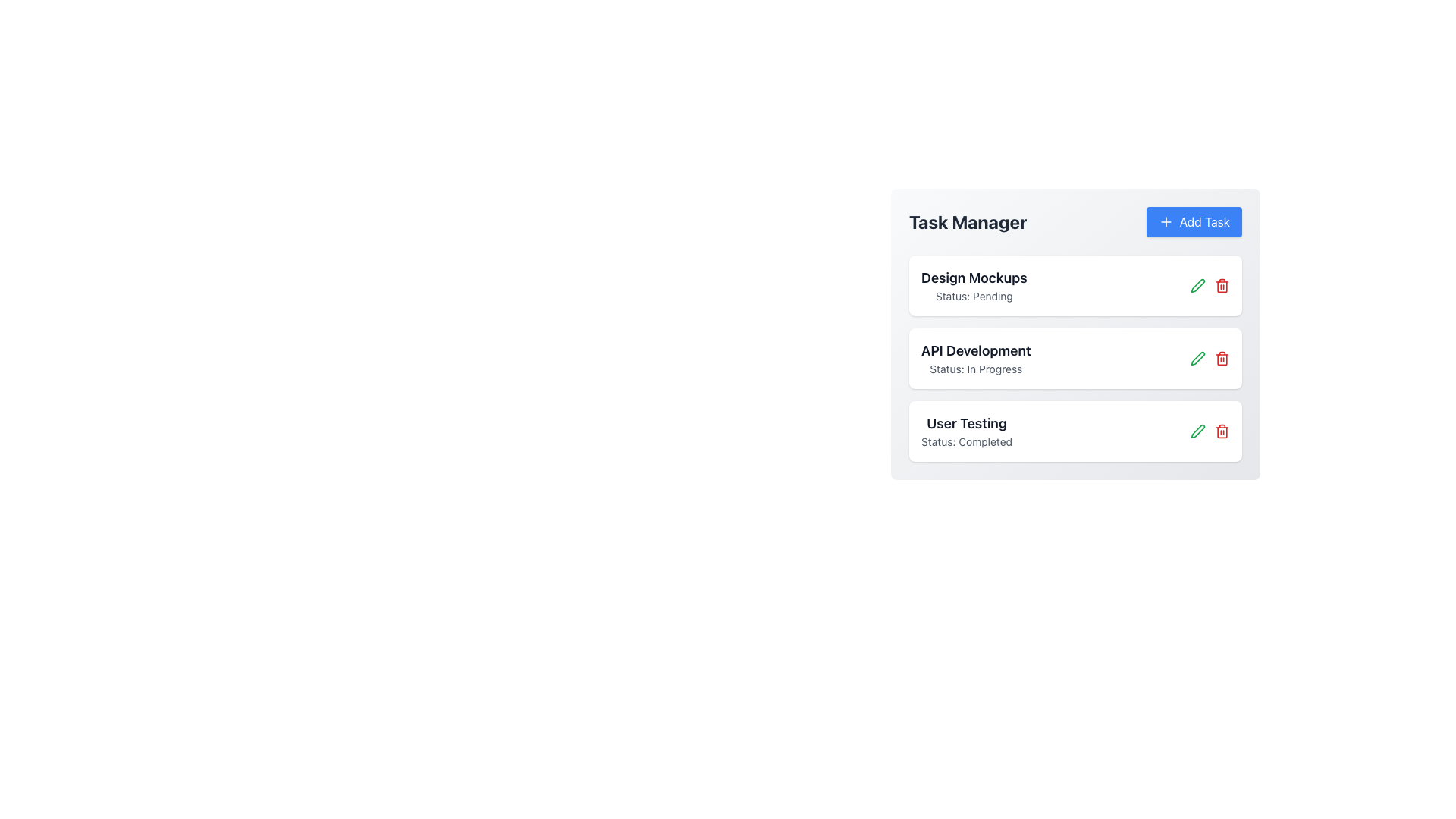 The image size is (1456, 819). I want to click on the second task card in the Task Manager section, which displays task details and associated controls, so click(1075, 359).